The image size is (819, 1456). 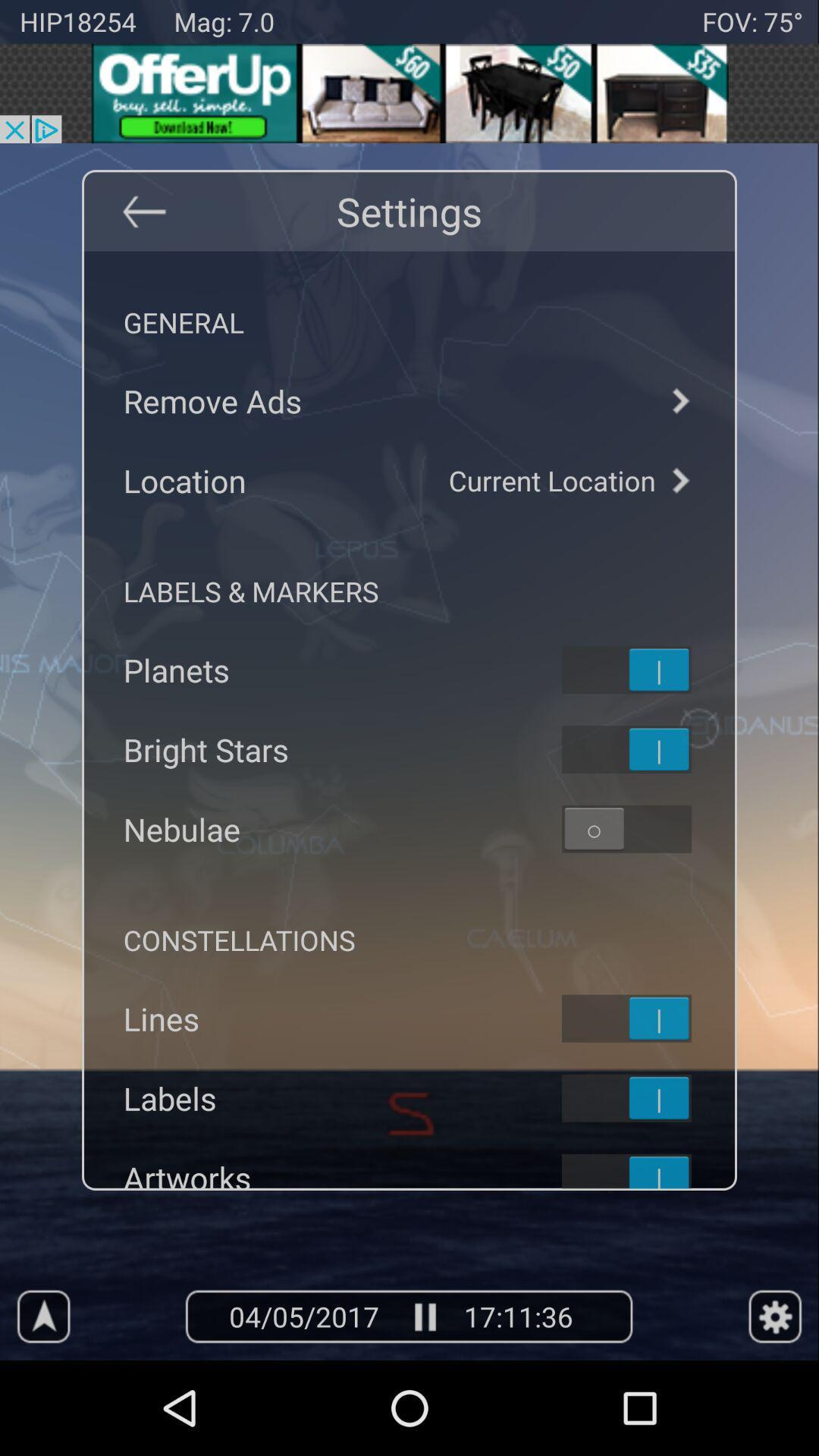 What do you see at coordinates (679, 400) in the screenshot?
I see `next option` at bounding box center [679, 400].